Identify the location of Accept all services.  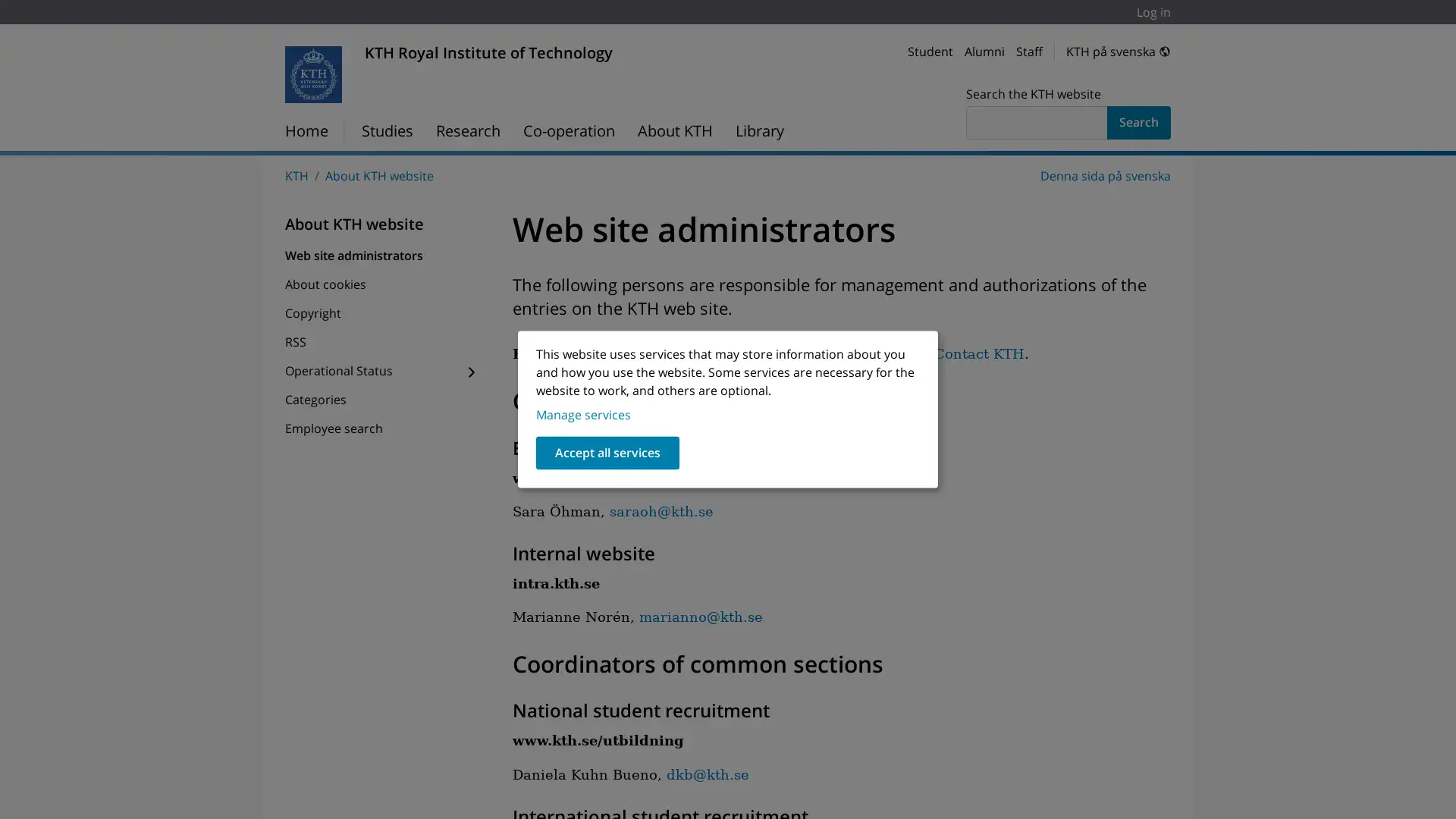
(607, 452).